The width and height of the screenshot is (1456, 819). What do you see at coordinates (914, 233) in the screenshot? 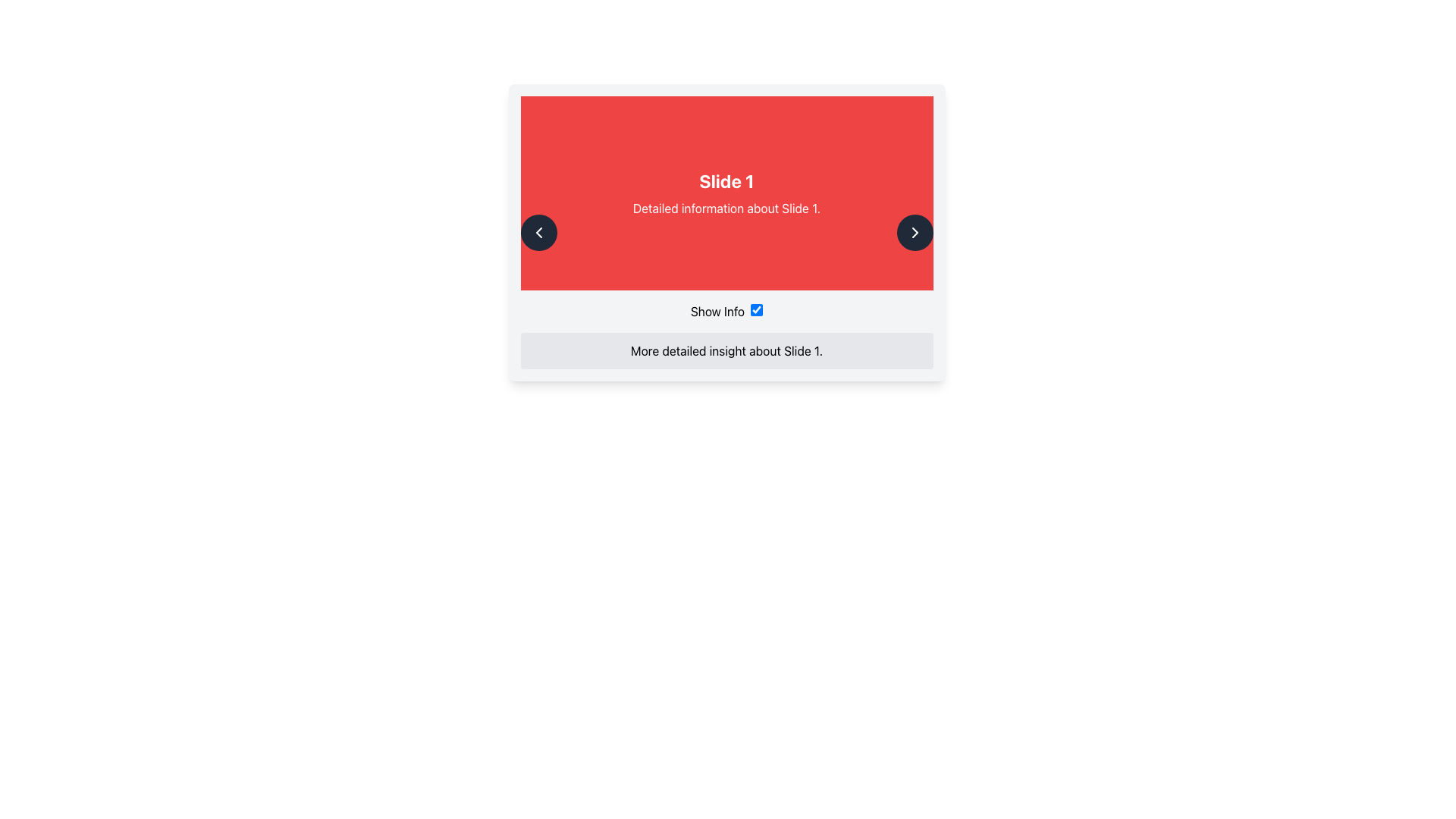
I see `the rightward-pointing chevron arrow icon button with a black circular background in the top right section of the card interface for accessibility purposes` at bounding box center [914, 233].